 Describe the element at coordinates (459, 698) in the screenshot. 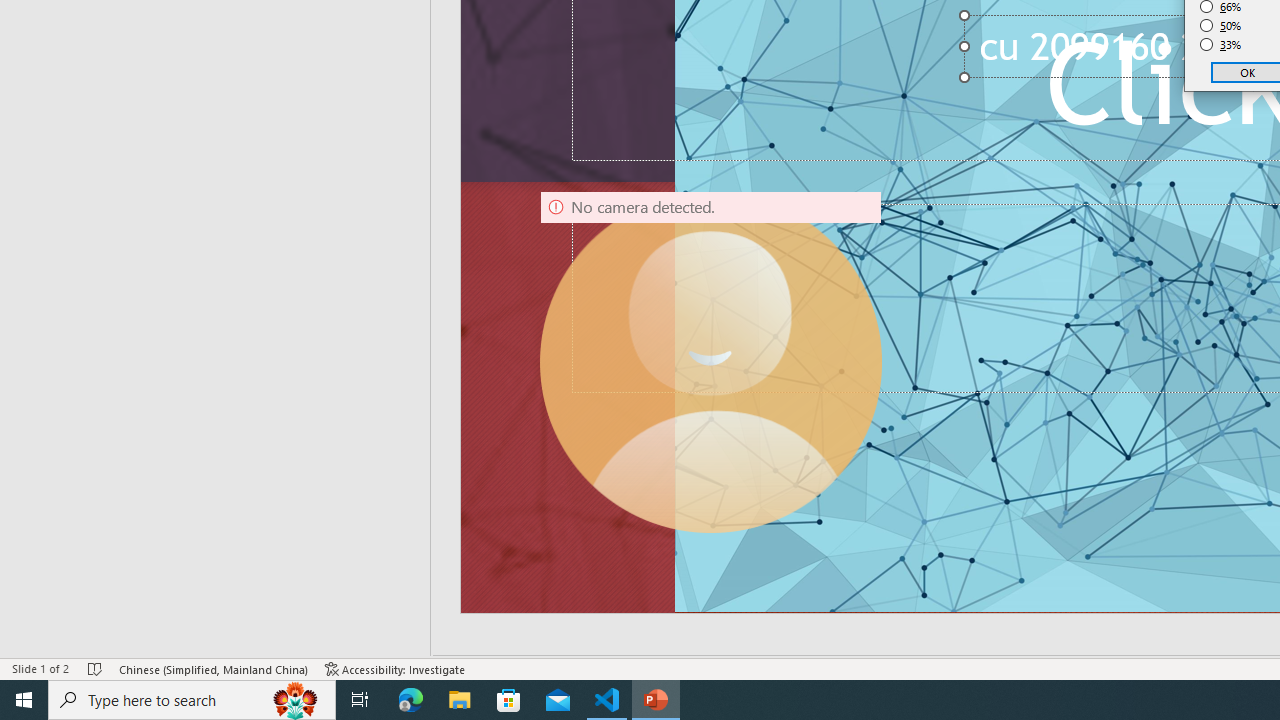

I see `'File Explorer'` at that location.